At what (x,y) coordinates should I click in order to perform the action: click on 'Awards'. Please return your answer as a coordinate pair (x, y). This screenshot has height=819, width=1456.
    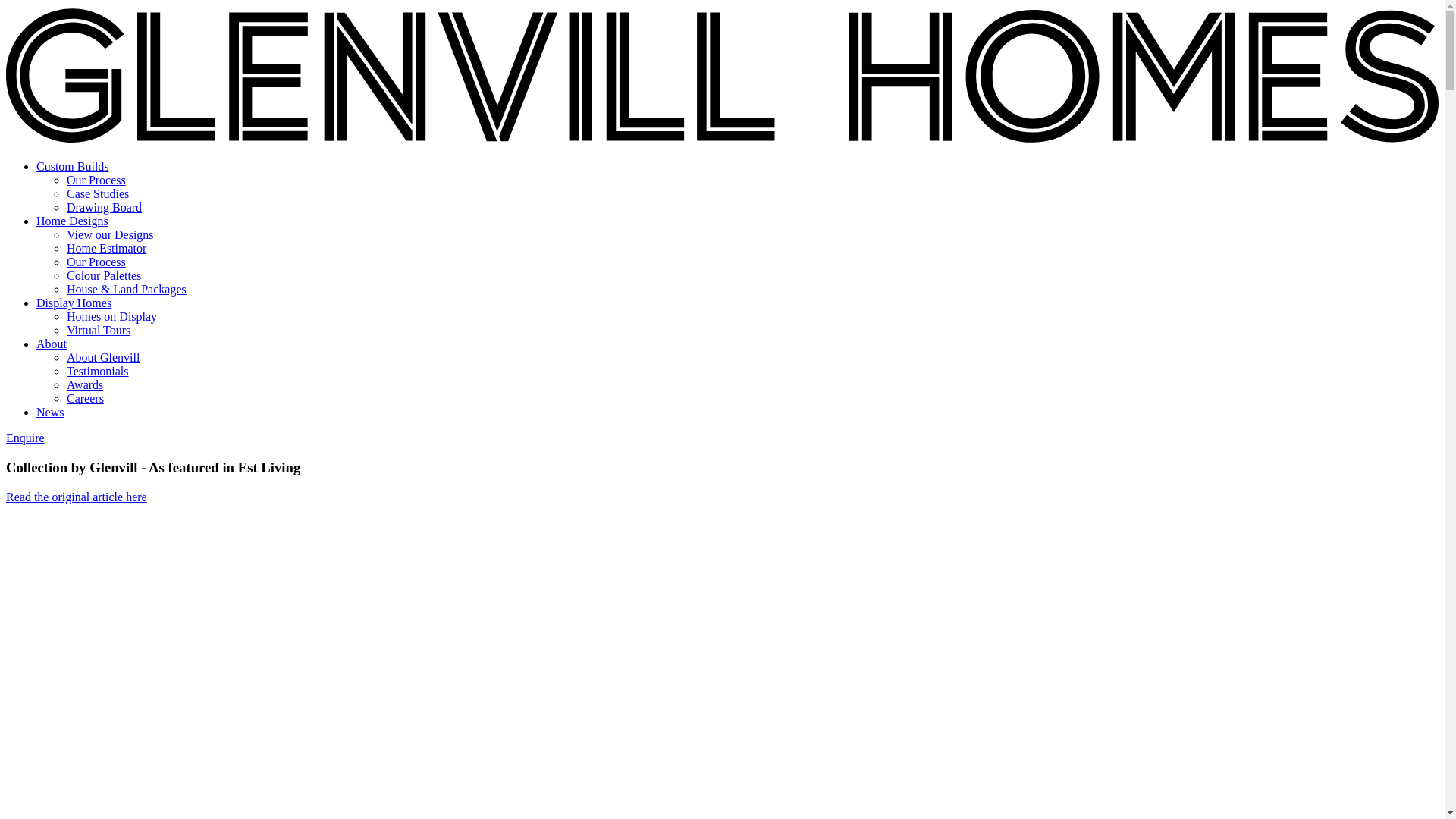
    Looking at the image, I should click on (65, 384).